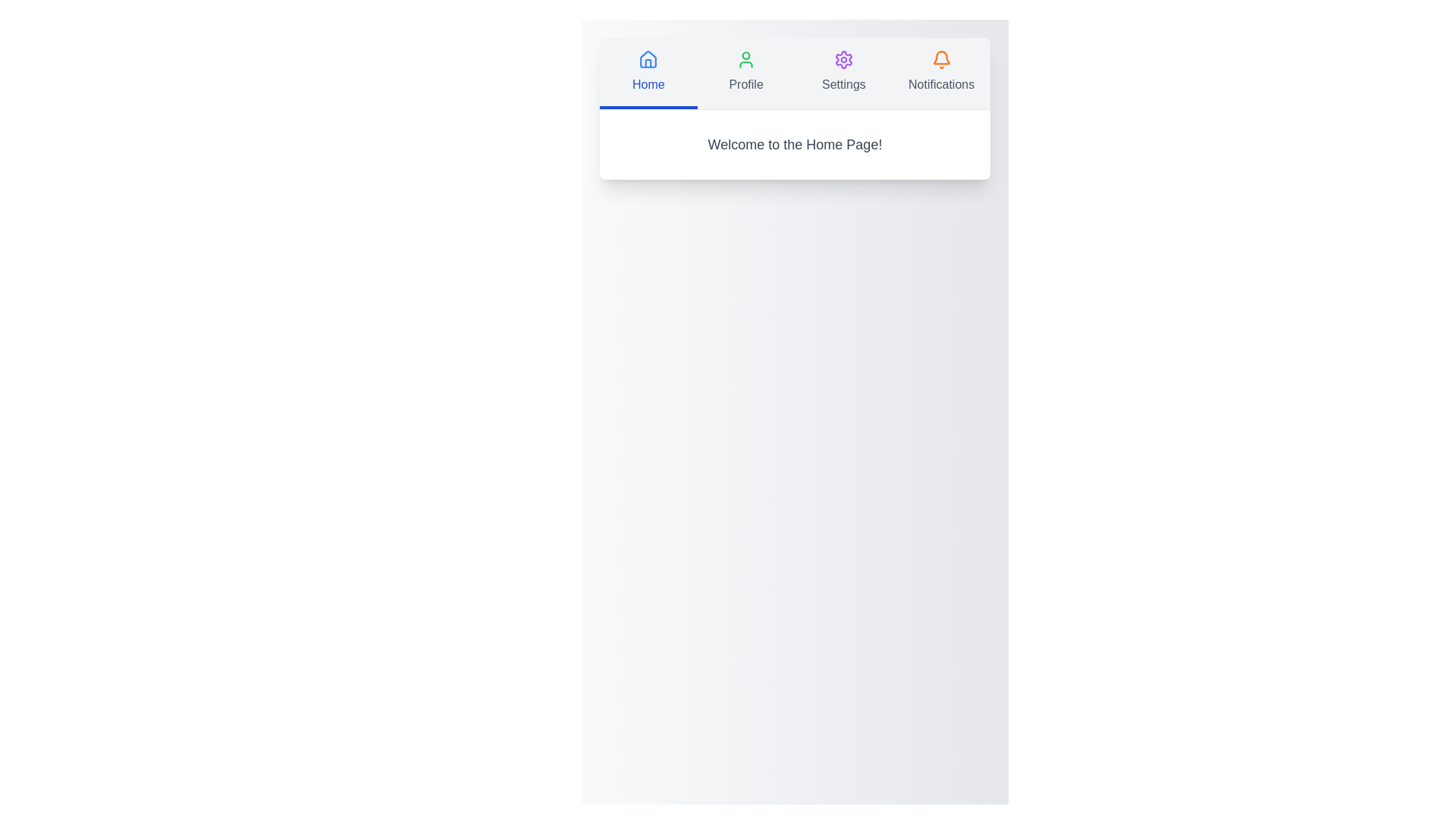 The width and height of the screenshot is (1456, 819). I want to click on the Home tab, so click(648, 73).